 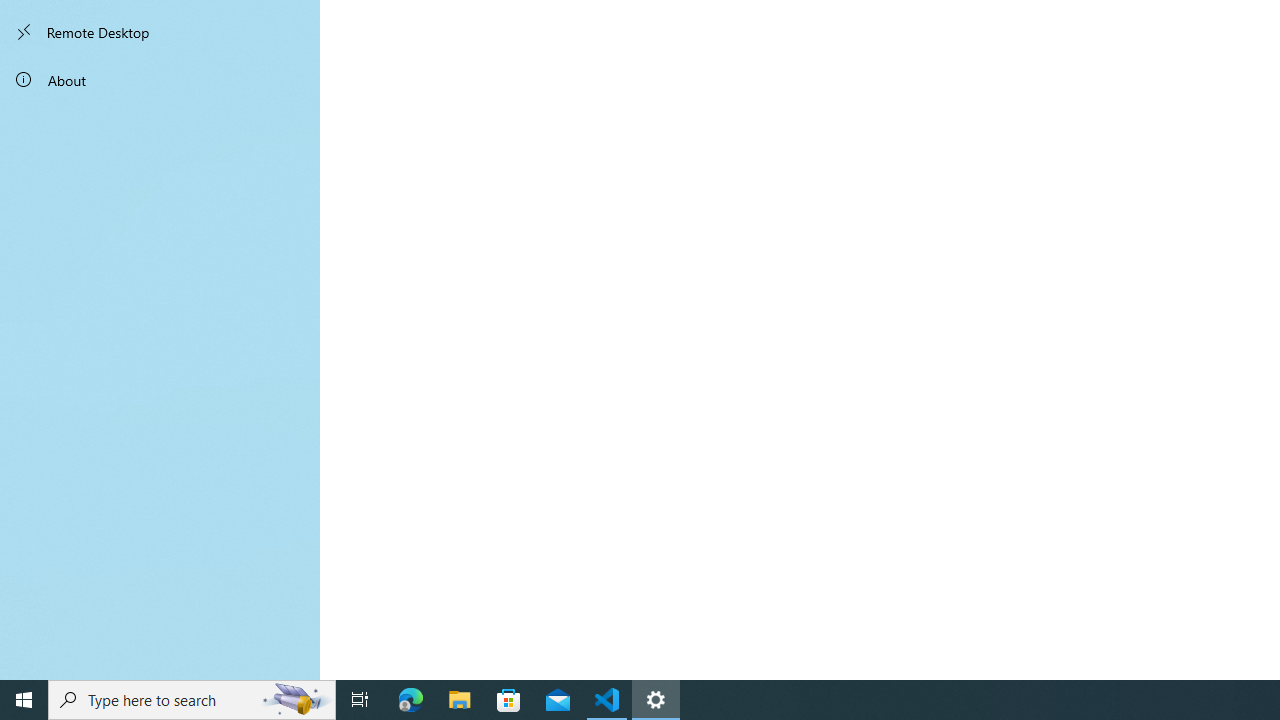 I want to click on 'Microsoft Edge', so click(x=410, y=698).